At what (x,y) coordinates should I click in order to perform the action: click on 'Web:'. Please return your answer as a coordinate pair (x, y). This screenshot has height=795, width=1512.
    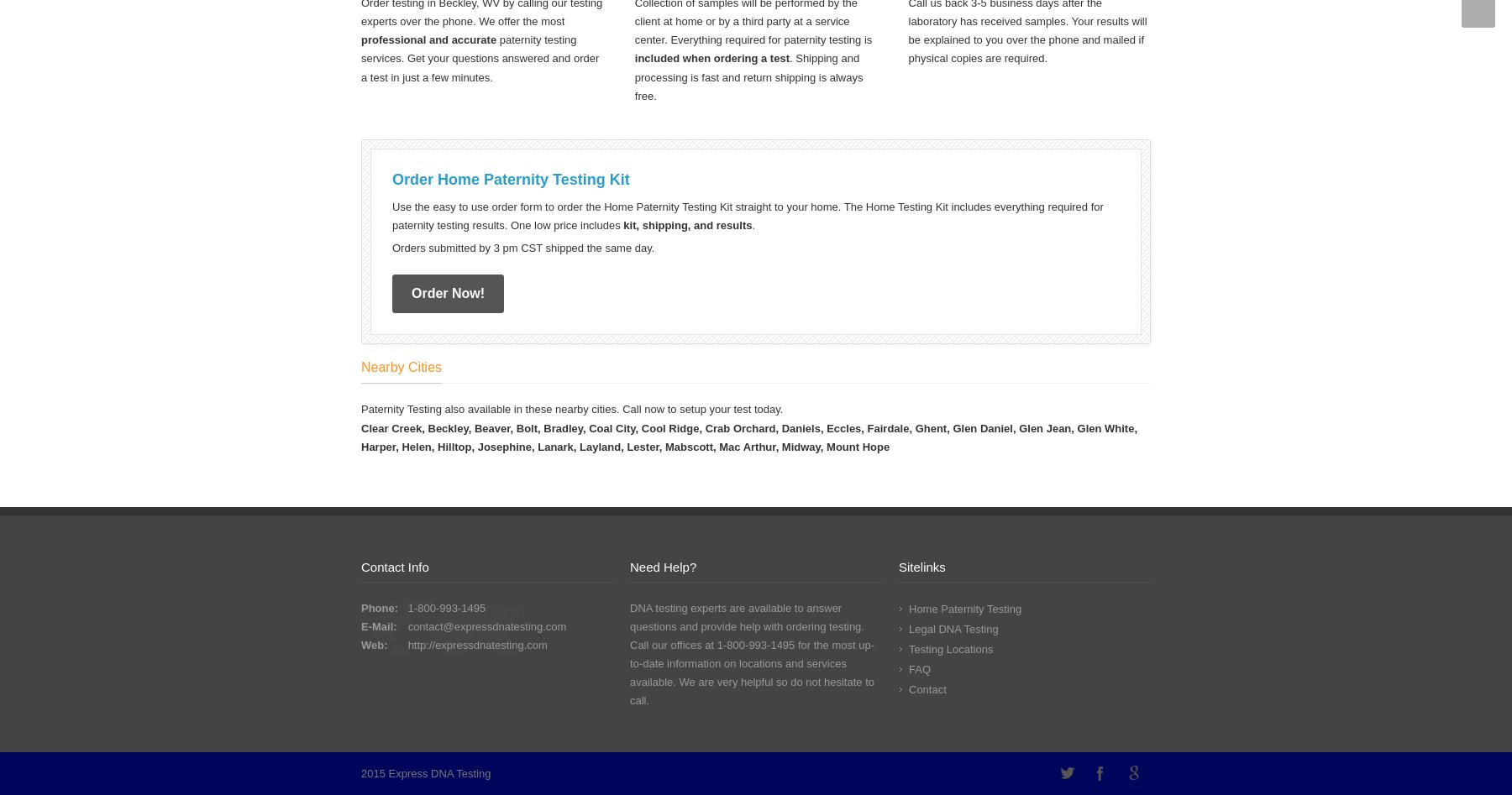
    Looking at the image, I should click on (374, 644).